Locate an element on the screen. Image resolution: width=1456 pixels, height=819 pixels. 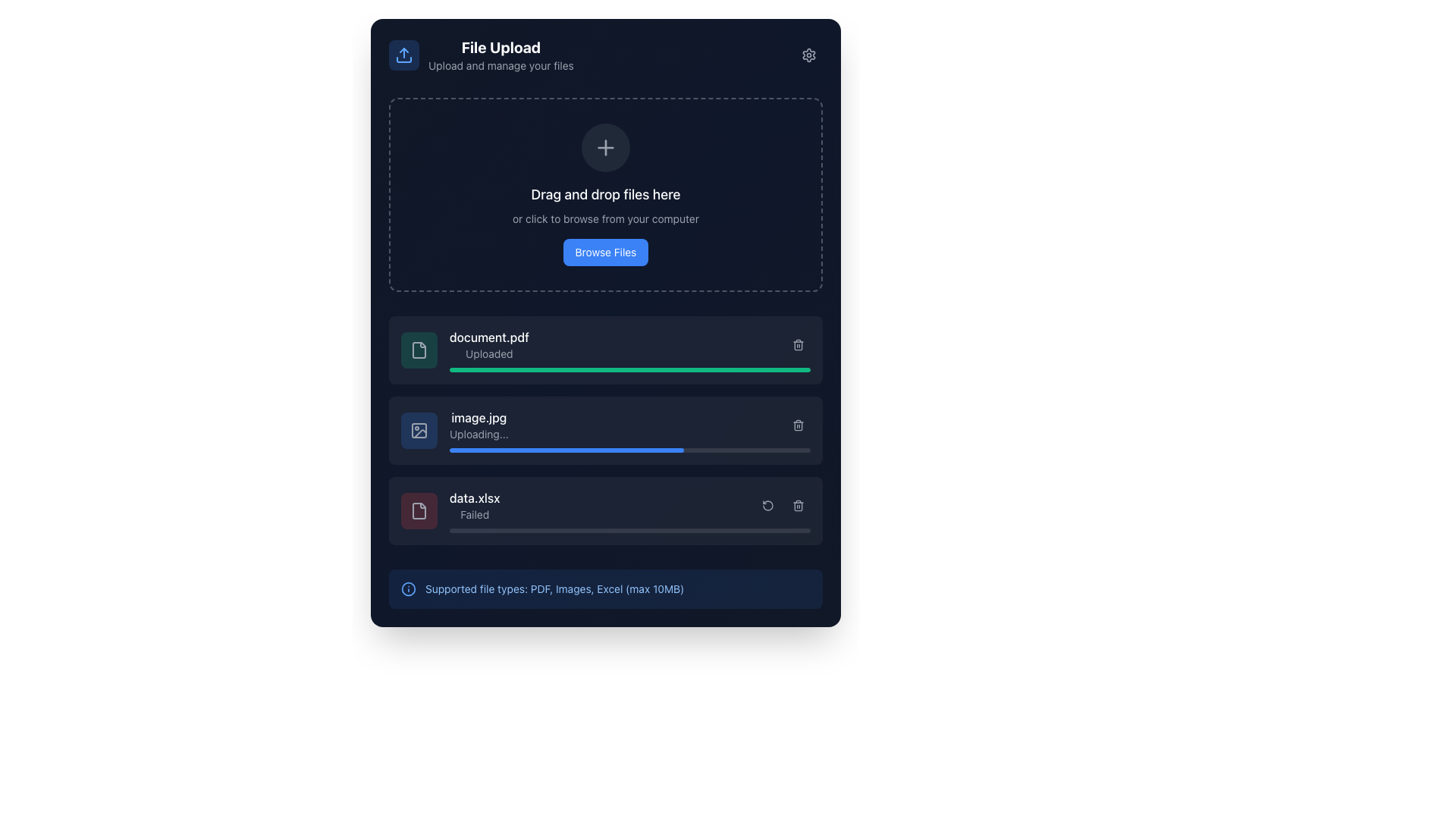
the file icon represented as an outlined document symbol located within a red-tinted rectangular area, positioned above the label text 'data.xlsx' is located at coordinates (419, 511).